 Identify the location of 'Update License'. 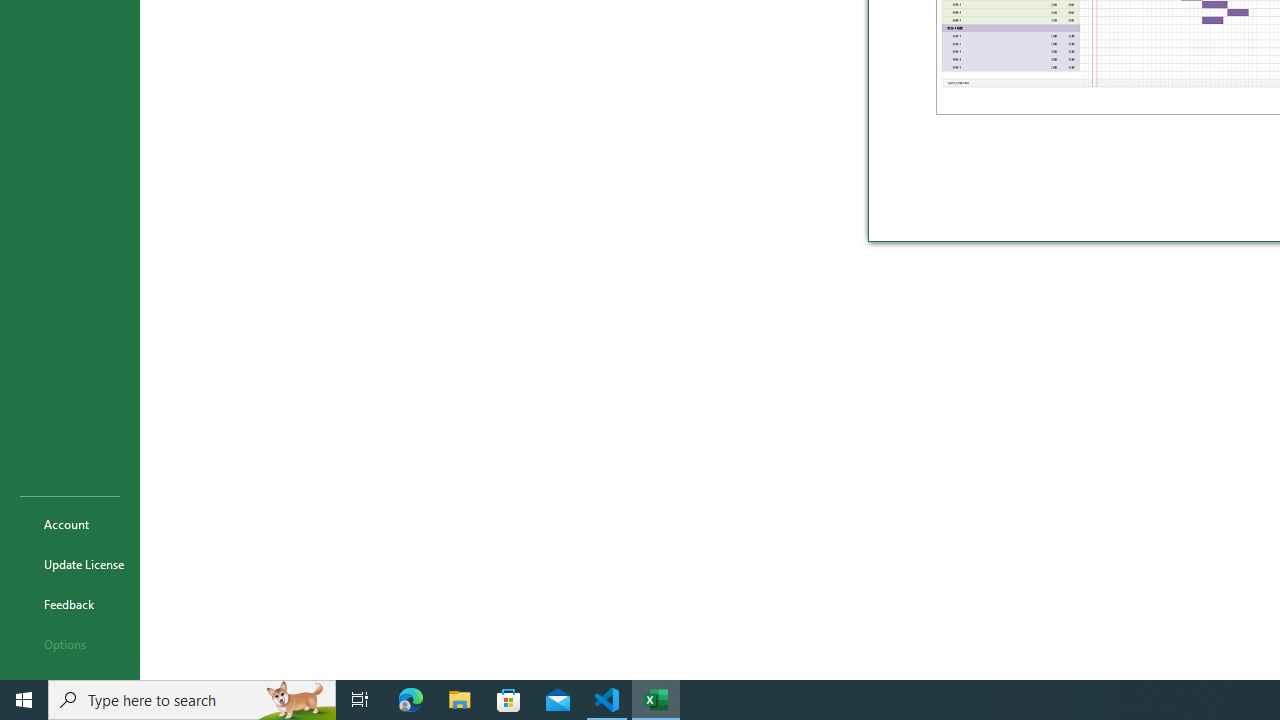
(69, 564).